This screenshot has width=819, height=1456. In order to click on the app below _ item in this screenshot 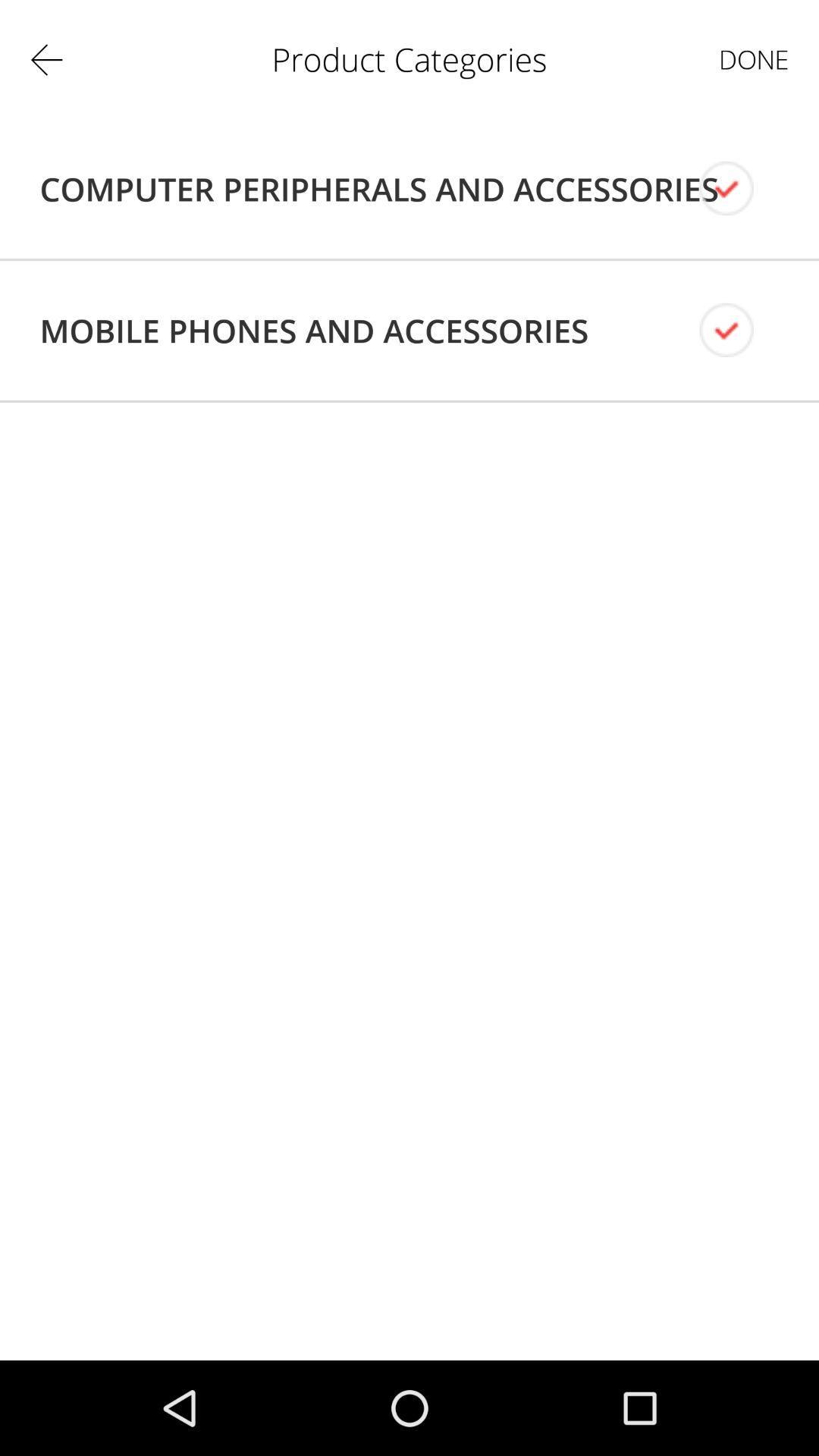, I will do `click(378, 188)`.